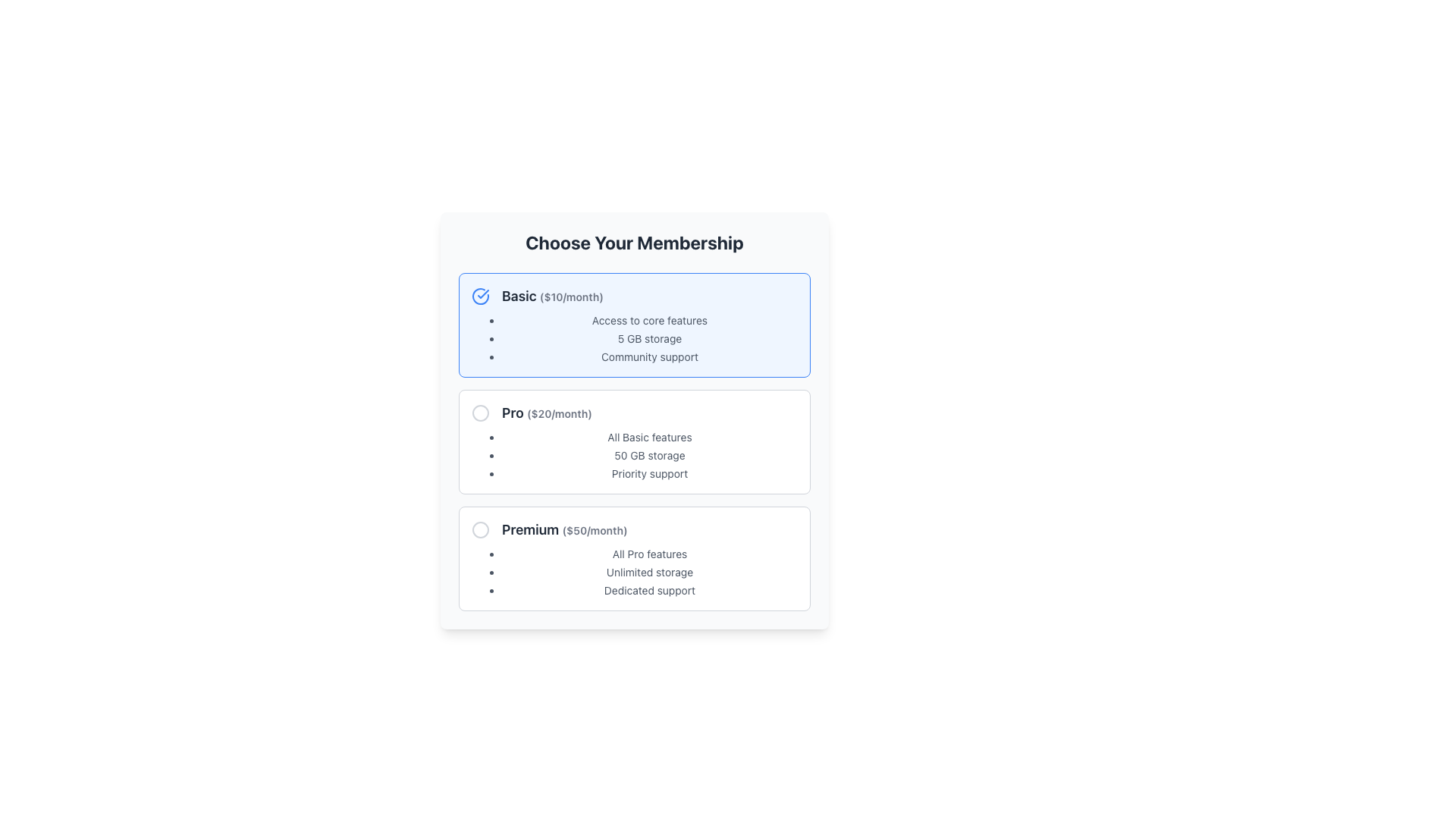 This screenshot has width=1456, height=819. What do you see at coordinates (479, 413) in the screenshot?
I see `the SVG circle graphic located centrally within the 'Pro' membership section, which is the second choice in the vertical stack of membership options` at bounding box center [479, 413].